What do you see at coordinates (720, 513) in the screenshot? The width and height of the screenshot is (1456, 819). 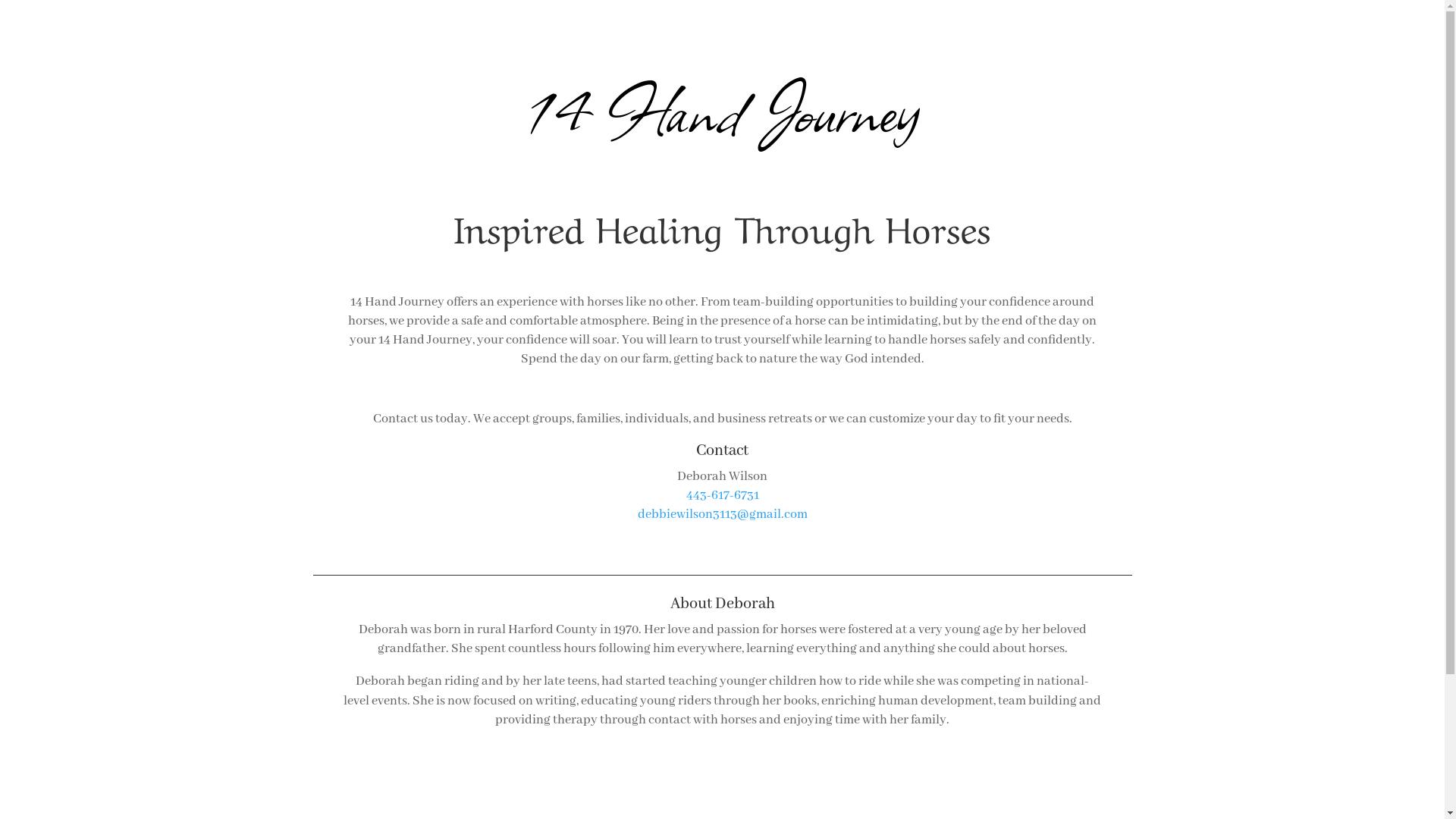 I see `'debbiewilson3113@gmail.com'` at bounding box center [720, 513].